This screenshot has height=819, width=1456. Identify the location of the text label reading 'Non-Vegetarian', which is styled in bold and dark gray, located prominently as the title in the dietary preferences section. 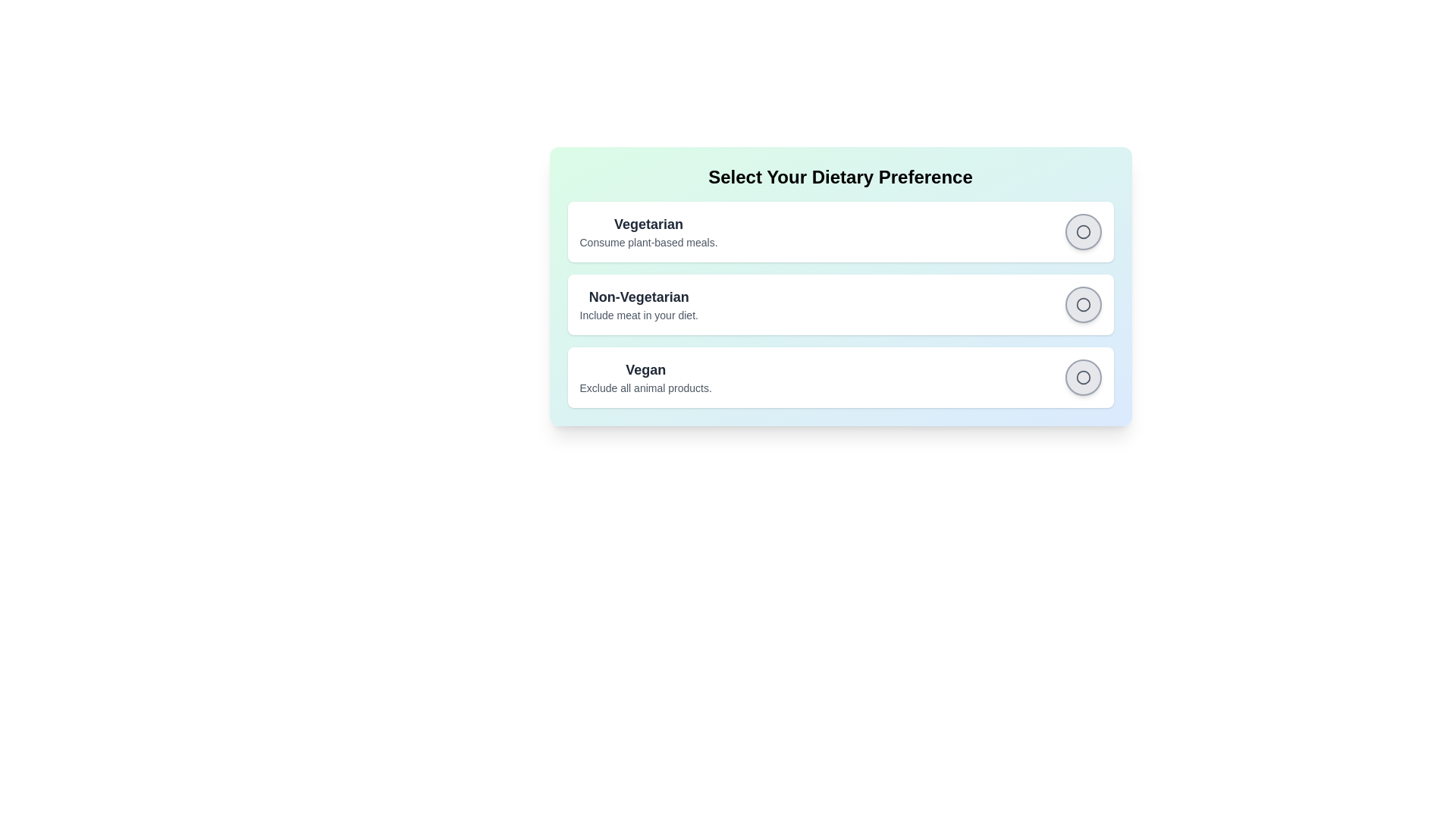
(639, 297).